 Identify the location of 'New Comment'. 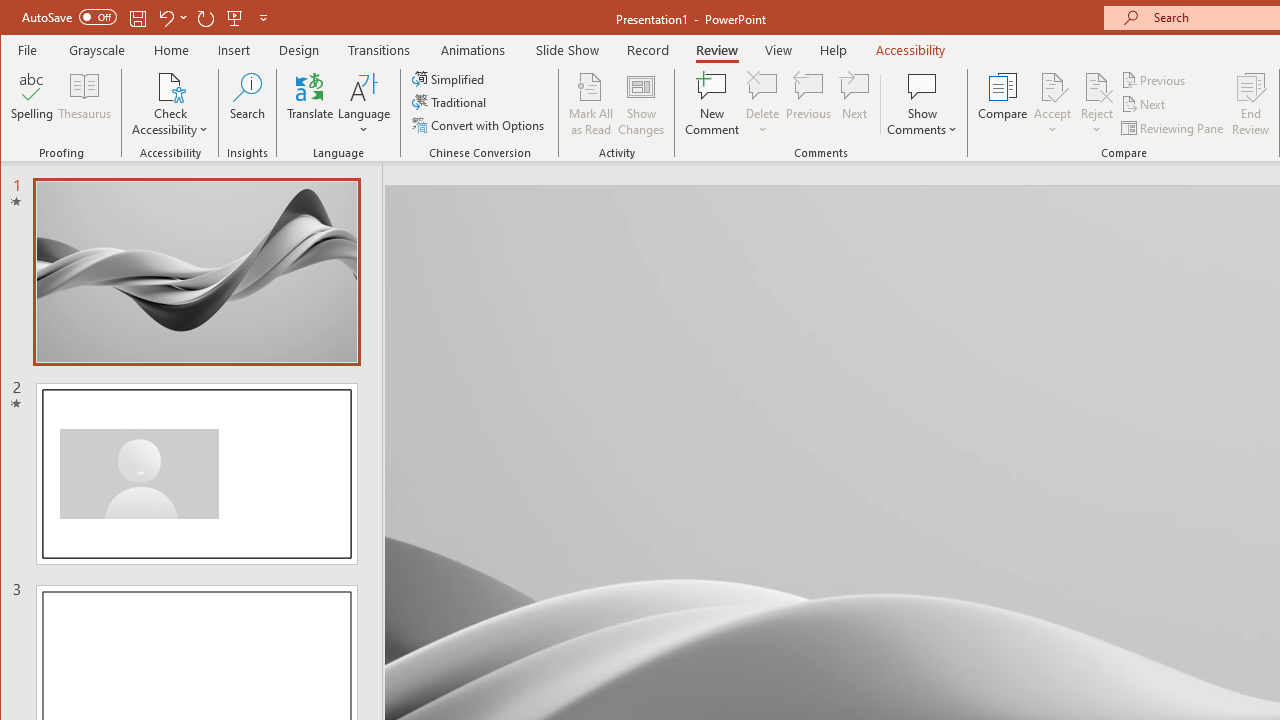
(712, 104).